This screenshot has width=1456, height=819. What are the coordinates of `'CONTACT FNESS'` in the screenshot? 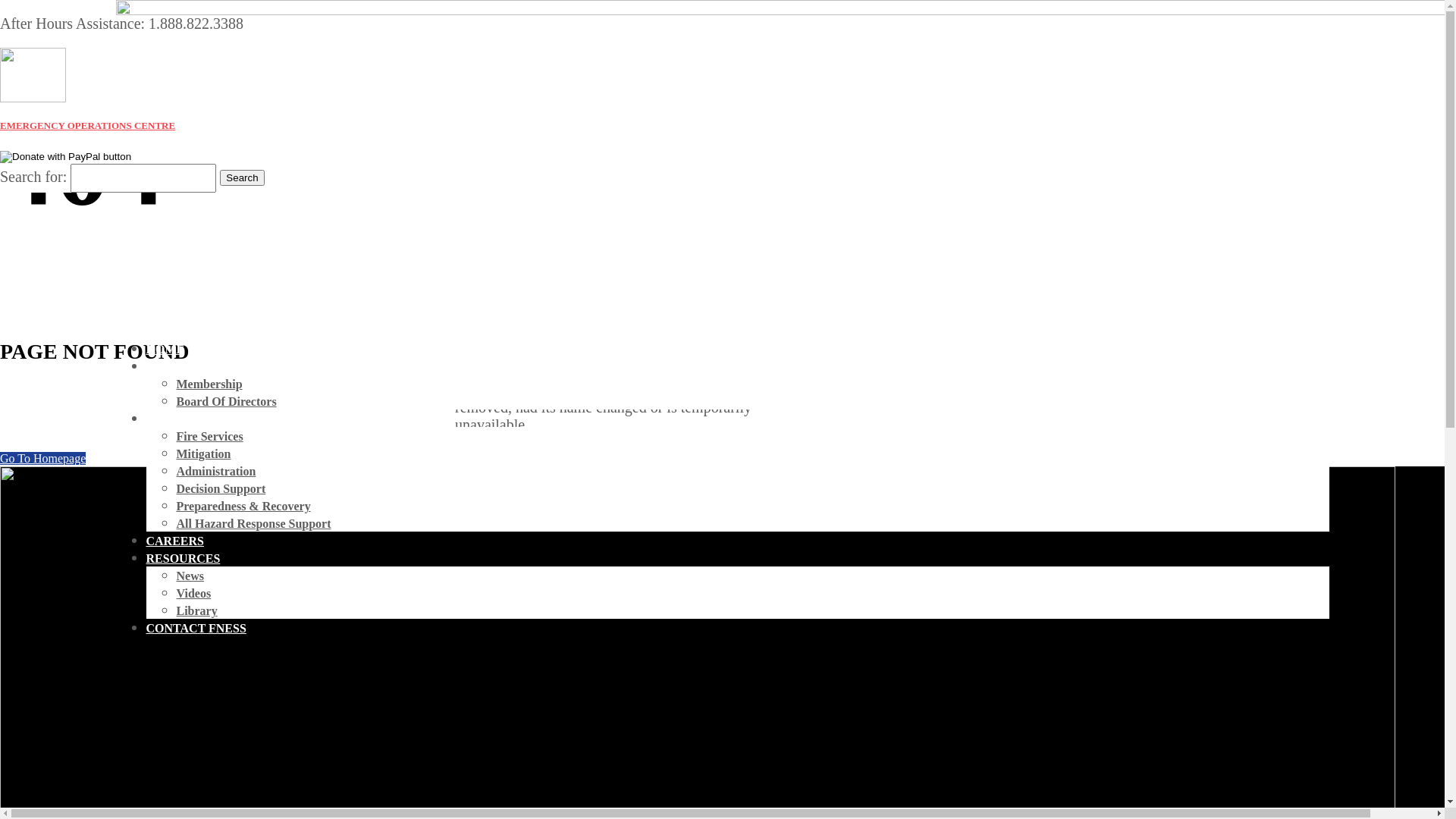 It's located at (195, 628).